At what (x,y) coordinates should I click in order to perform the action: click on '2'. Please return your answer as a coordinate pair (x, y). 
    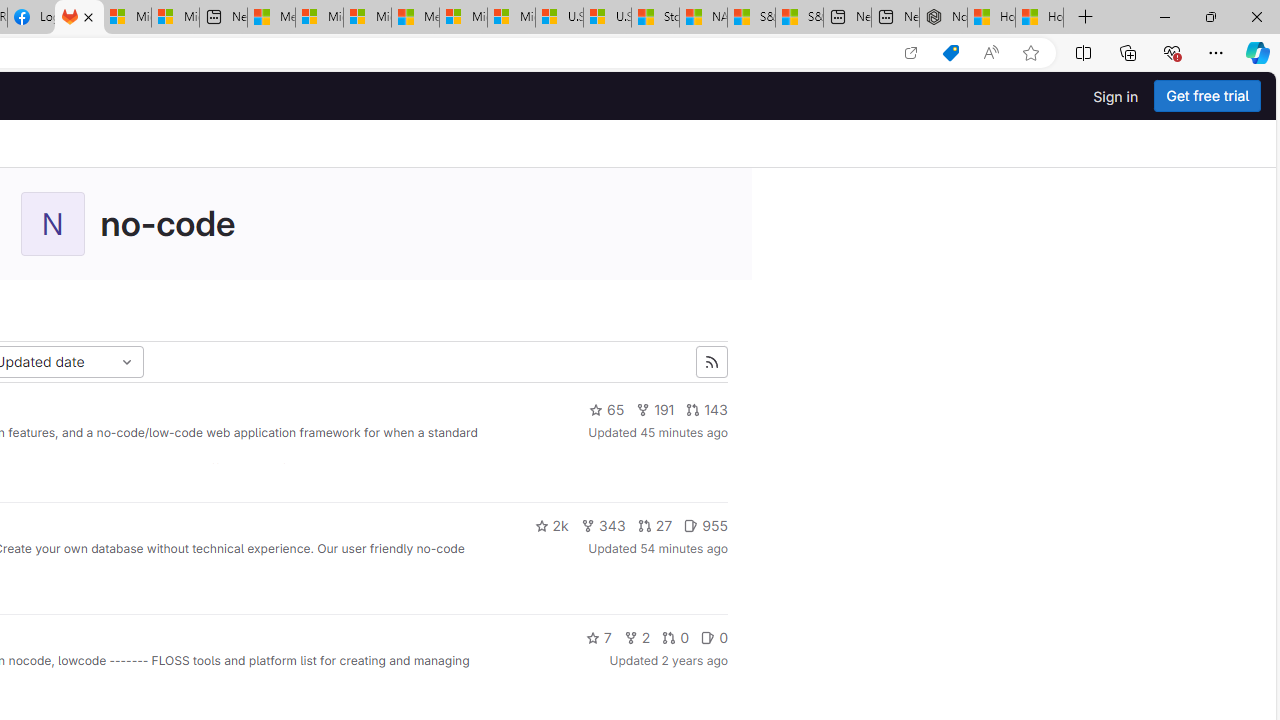
    Looking at the image, I should click on (636, 637).